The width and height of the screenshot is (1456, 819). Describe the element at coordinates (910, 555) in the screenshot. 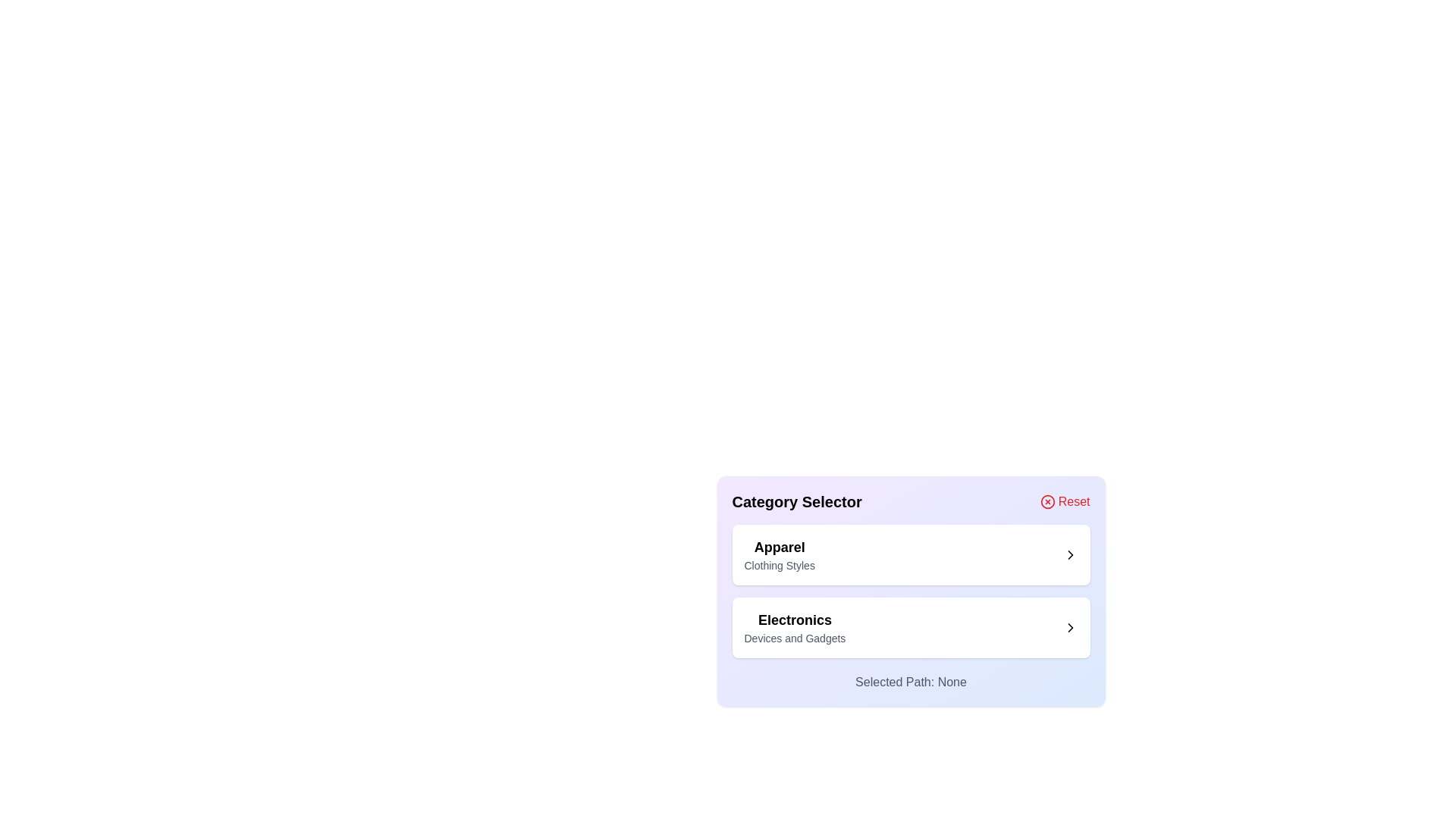

I see `the interactive list item labeled 'Apparel' with navigation` at that location.